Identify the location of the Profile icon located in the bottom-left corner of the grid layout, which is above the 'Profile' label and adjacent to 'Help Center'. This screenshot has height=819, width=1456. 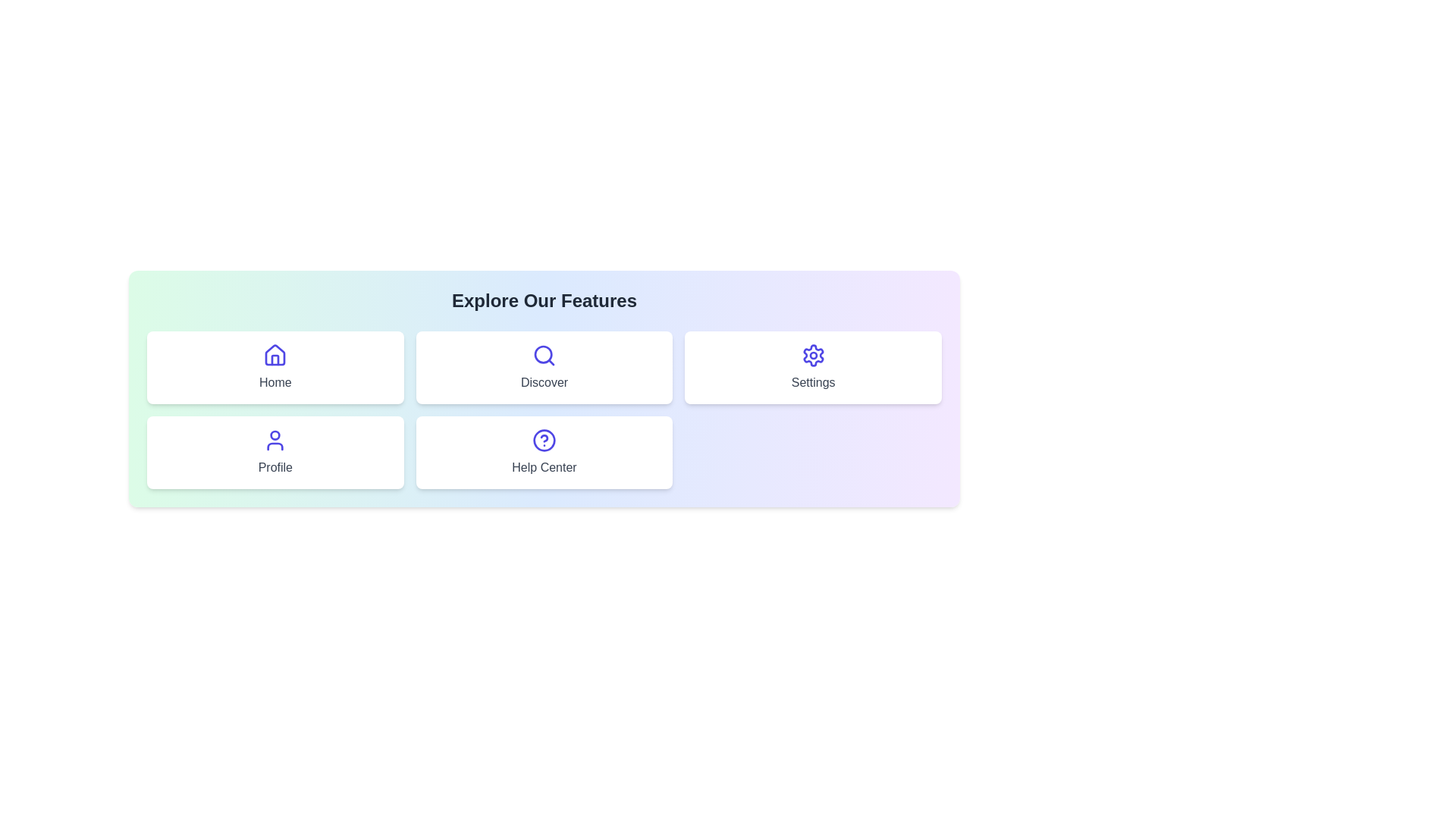
(275, 441).